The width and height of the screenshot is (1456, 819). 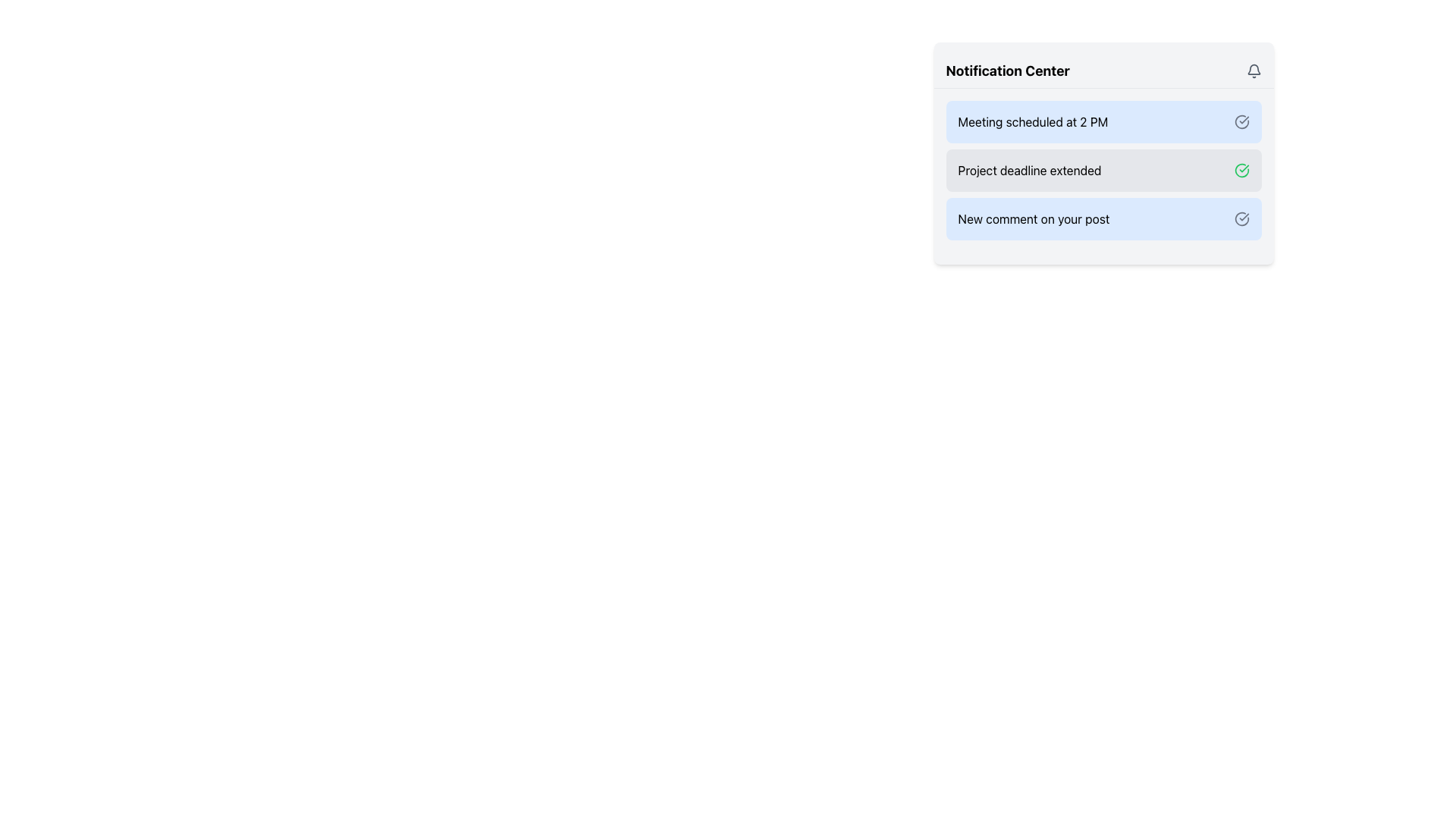 I want to click on the bell notification icon located at the top-right corner of the notification center panel, which serves as a visual representation for notifications, so click(x=1254, y=69).